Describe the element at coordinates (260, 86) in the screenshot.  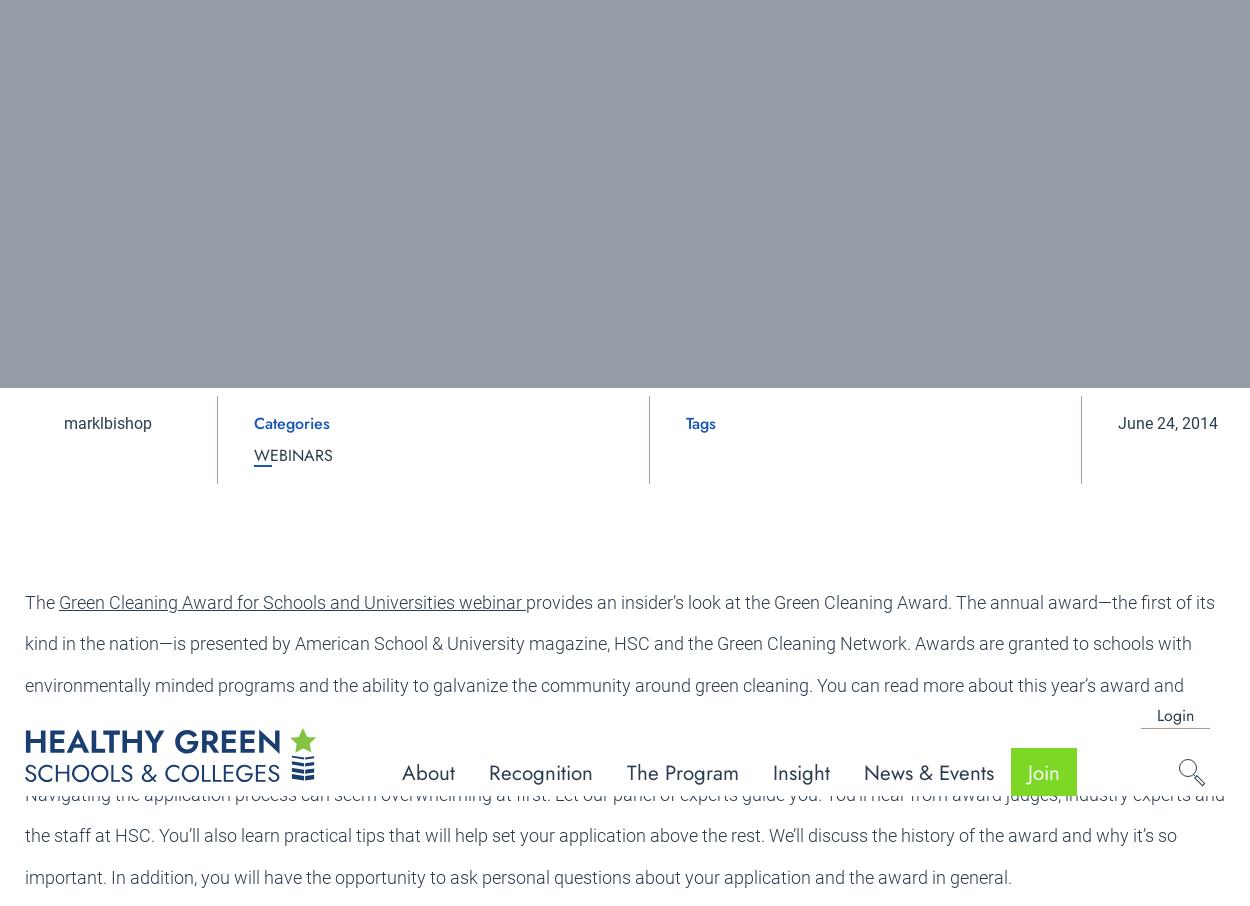
I see `'Newsletter'` at that location.